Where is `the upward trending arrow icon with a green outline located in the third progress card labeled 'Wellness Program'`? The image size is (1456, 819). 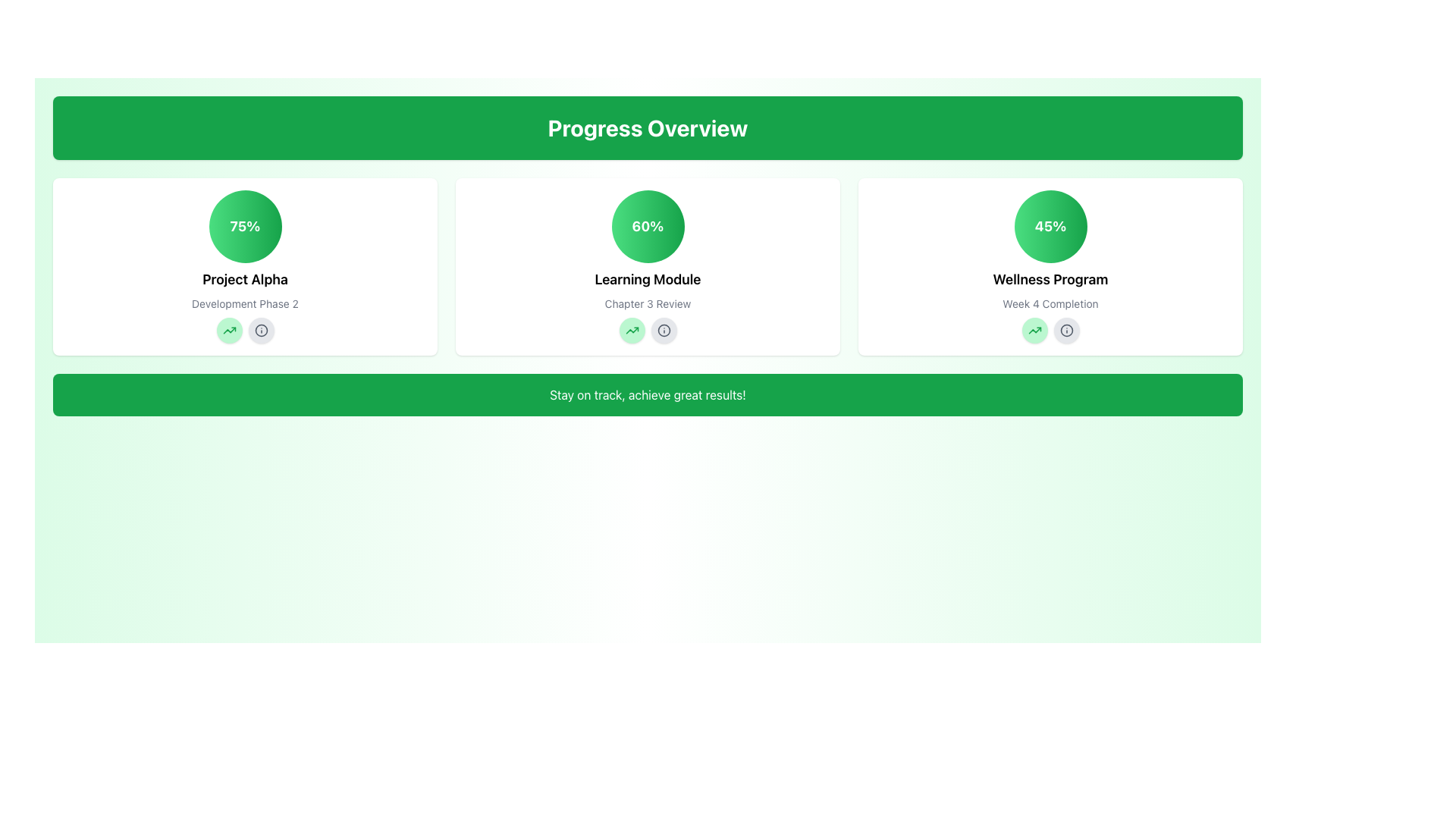
the upward trending arrow icon with a green outline located in the third progress card labeled 'Wellness Program' is located at coordinates (1034, 329).